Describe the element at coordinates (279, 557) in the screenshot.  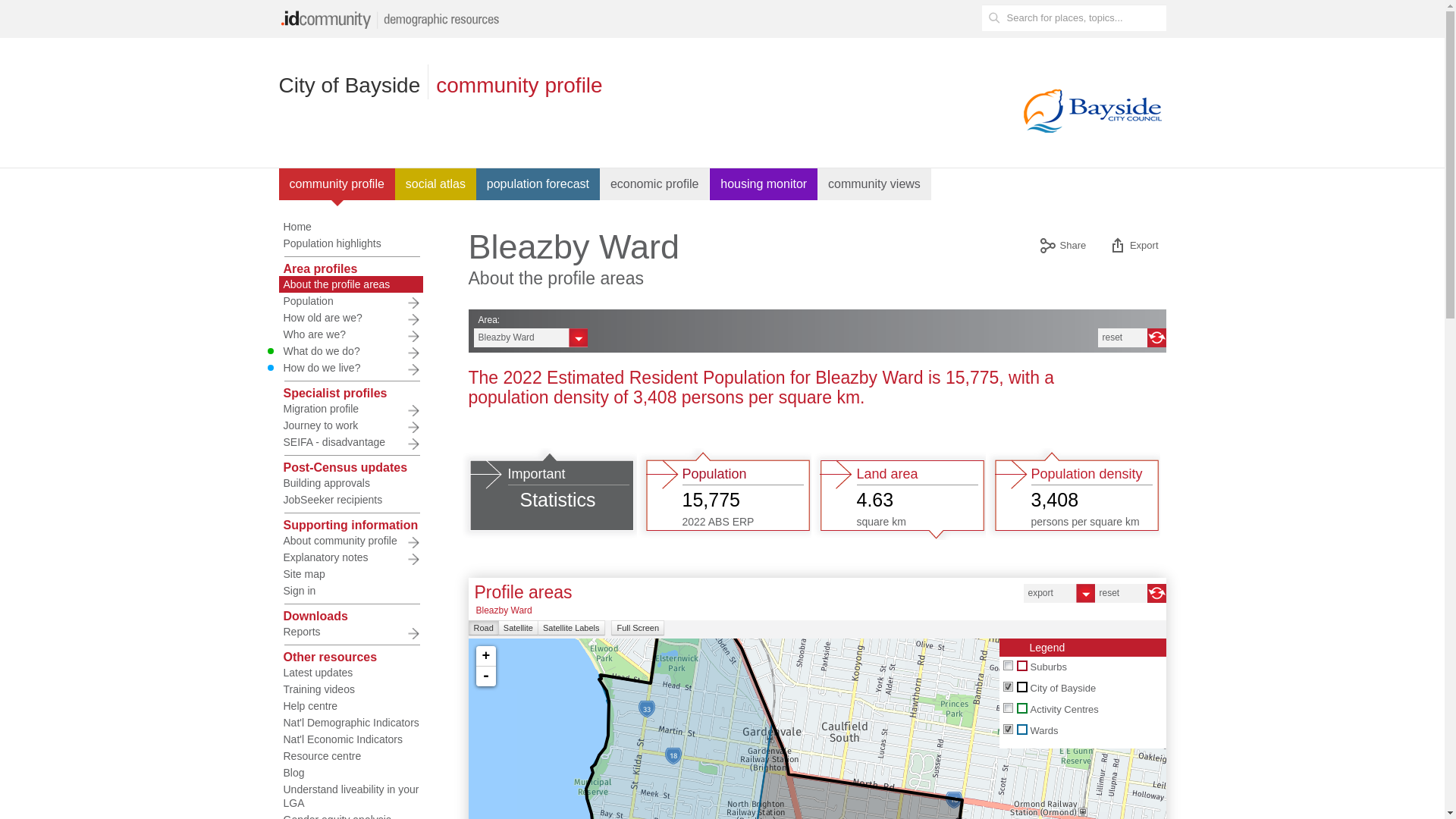
I see `'Explanatory notes` at that location.